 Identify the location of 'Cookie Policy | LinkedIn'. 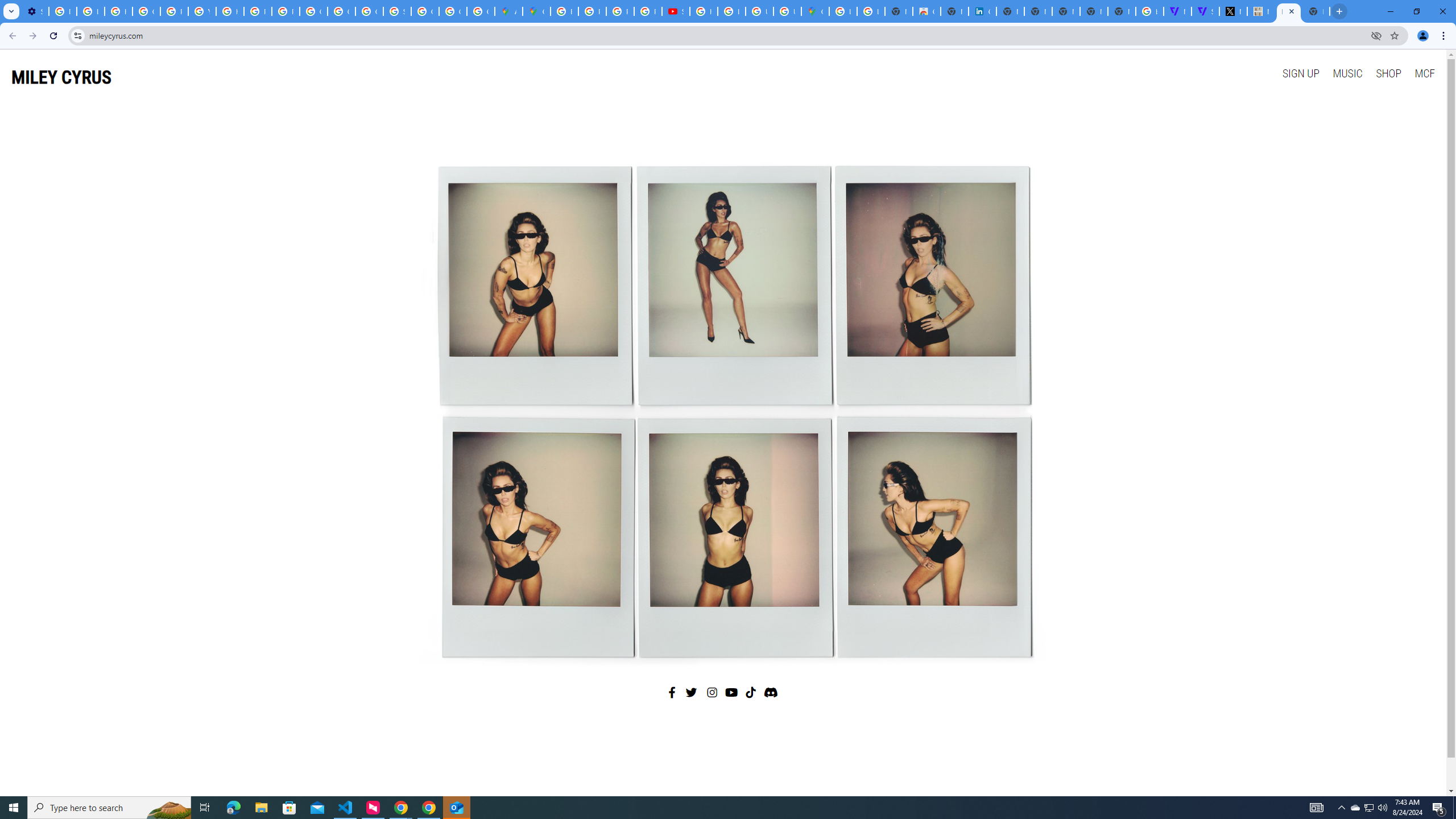
(983, 11).